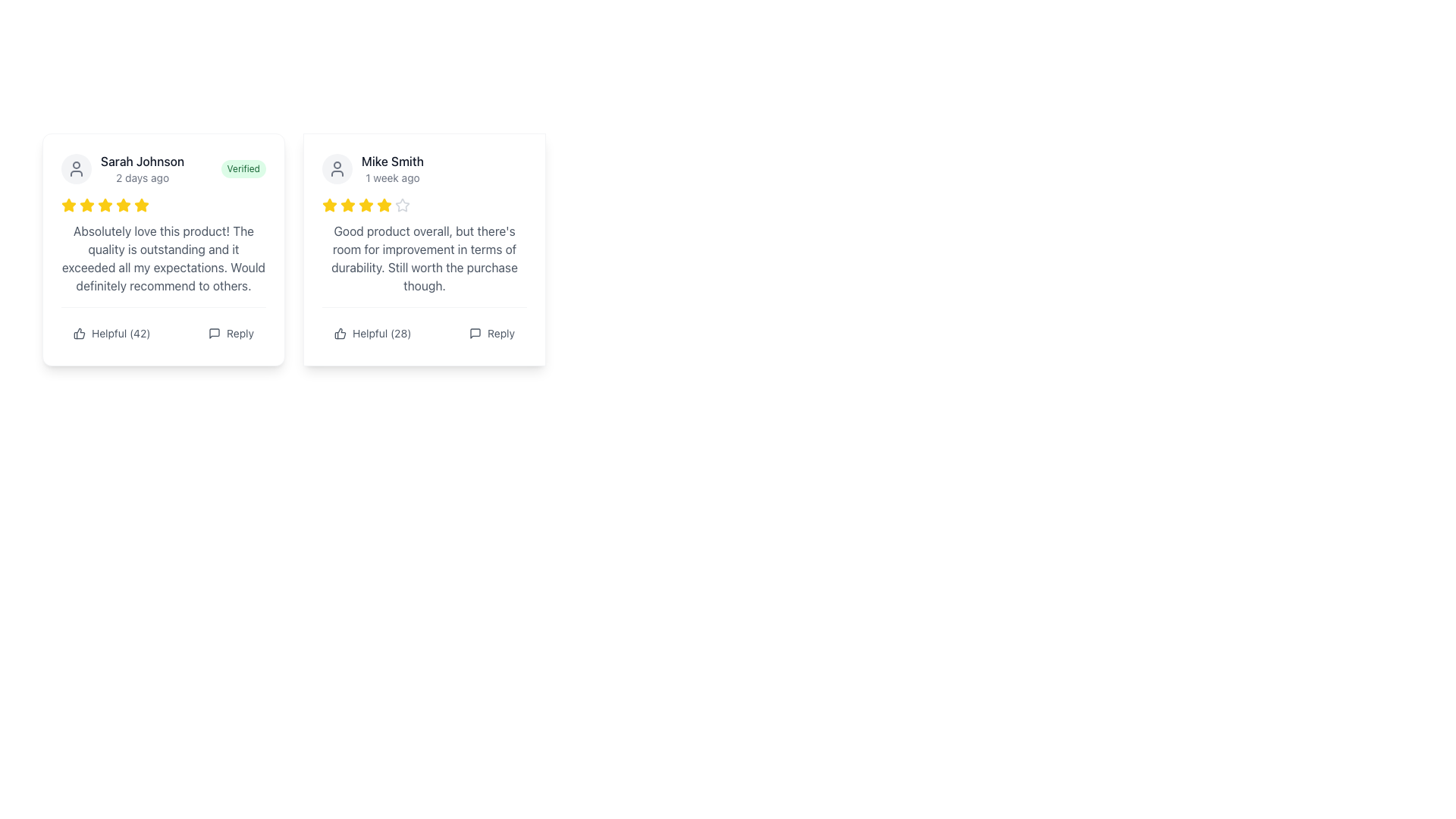 The width and height of the screenshot is (1456, 819). Describe the element at coordinates (124, 205) in the screenshot. I see `the third yellow star icon in the review card of 'Sarah Johnson'` at that location.